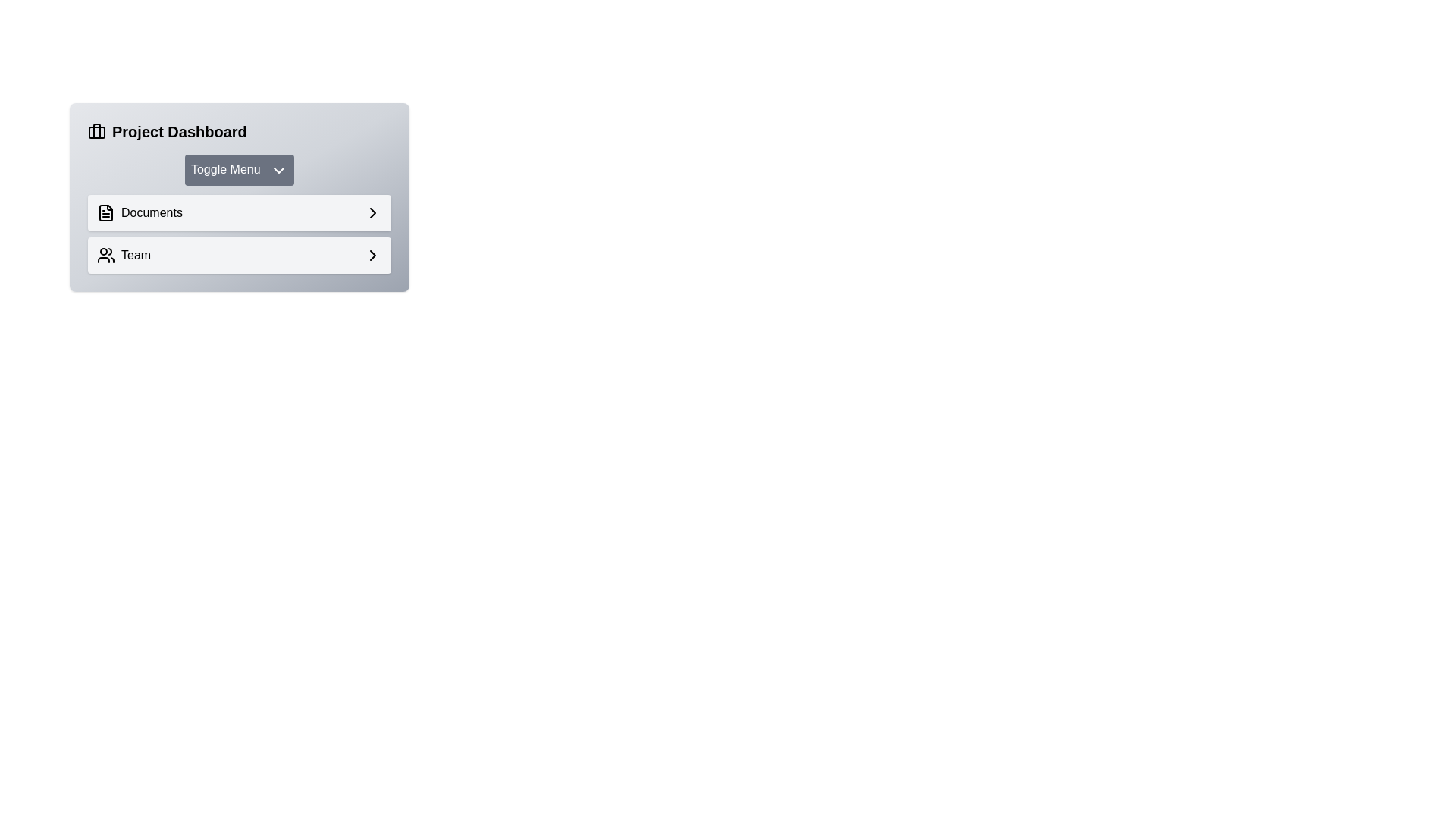  What do you see at coordinates (105, 253) in the screenshot?
I see `the minimalist group of people icon located in the navigation menu next to the 'Team' label` at bounding box center [105, 253].